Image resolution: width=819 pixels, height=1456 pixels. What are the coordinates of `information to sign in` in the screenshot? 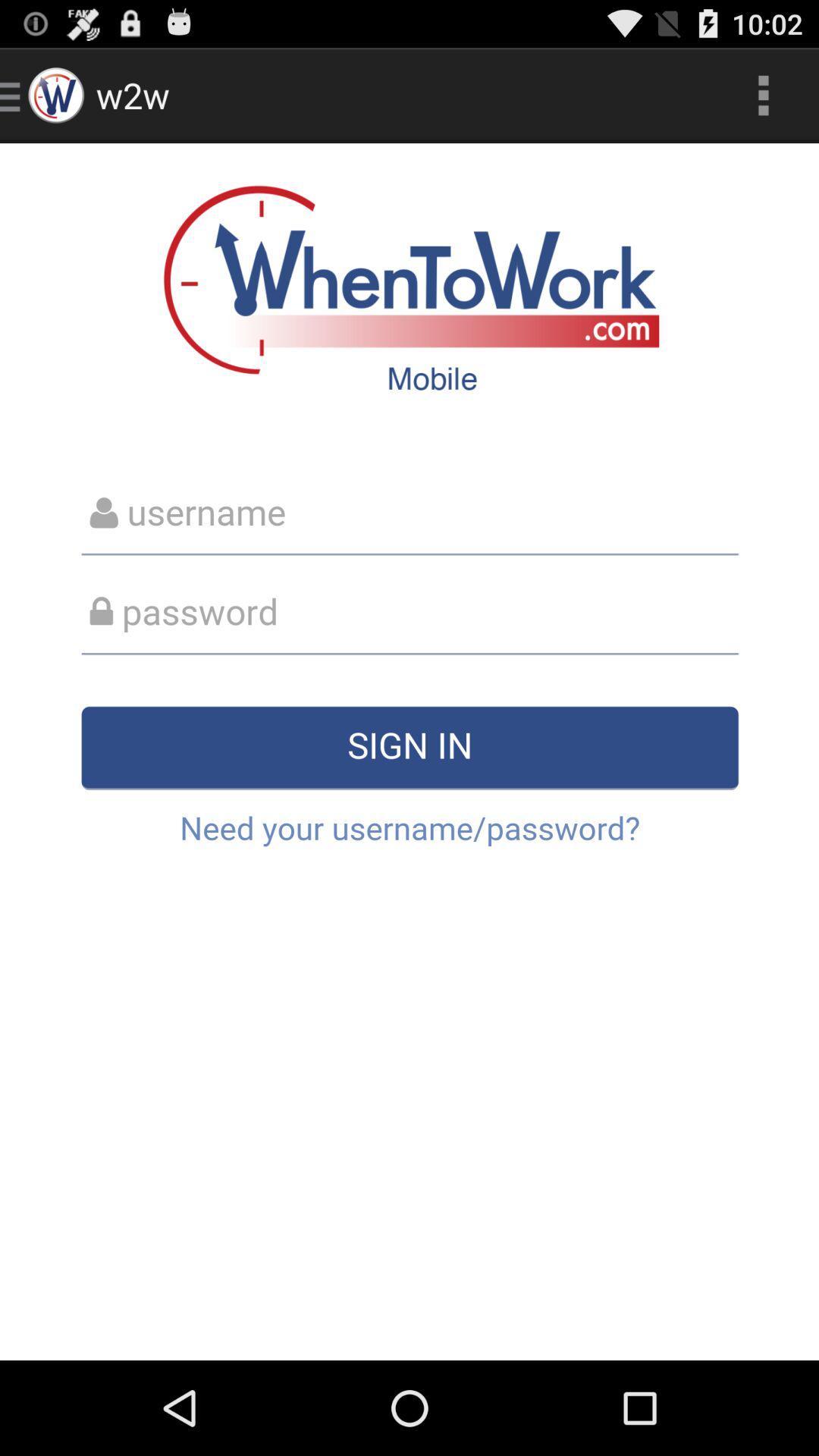 It's located at (409, 752).